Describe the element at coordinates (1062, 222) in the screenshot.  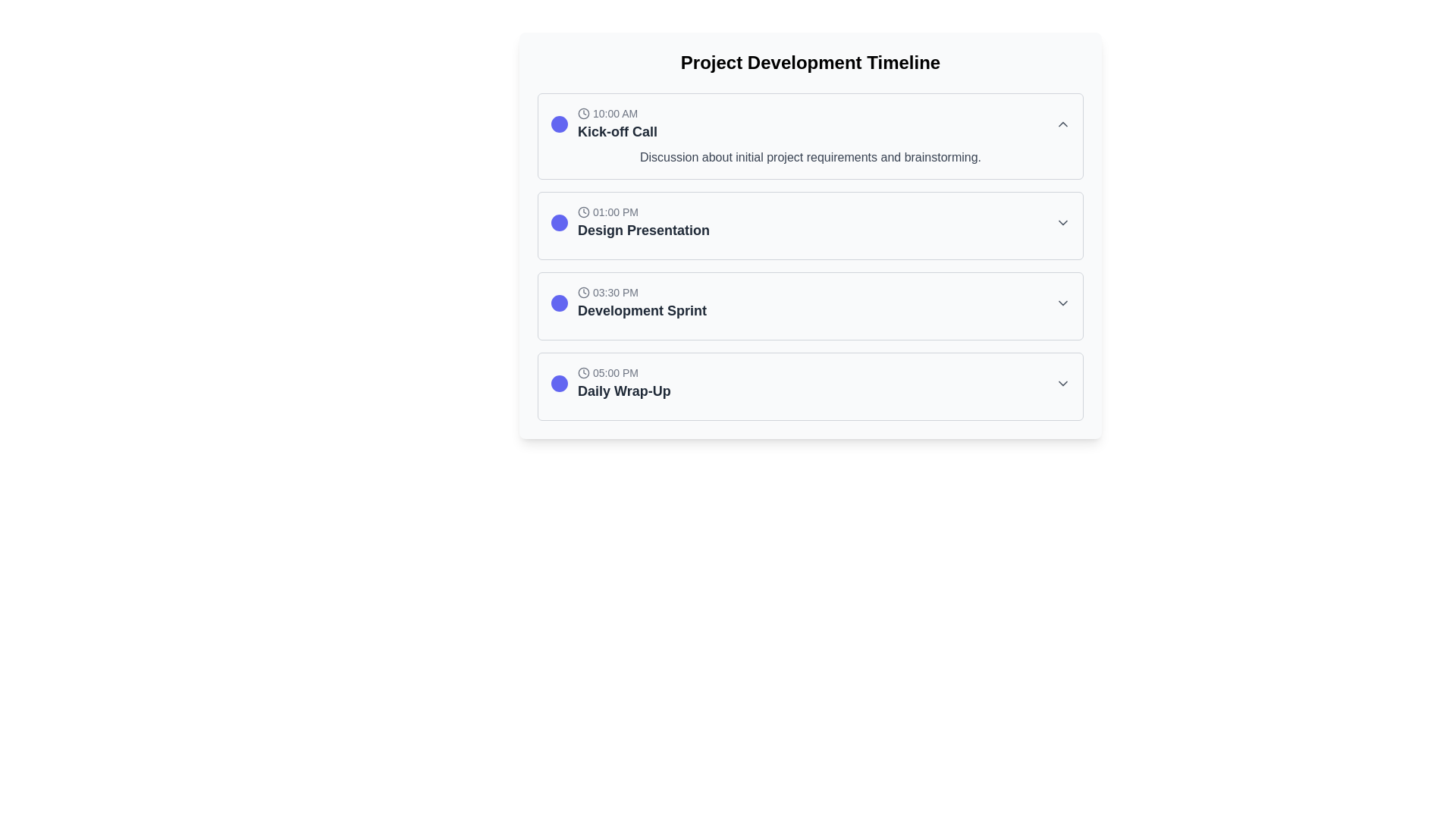
I see `the button to the far right of the '01:00 PM Design Presentation' section header` at that location.